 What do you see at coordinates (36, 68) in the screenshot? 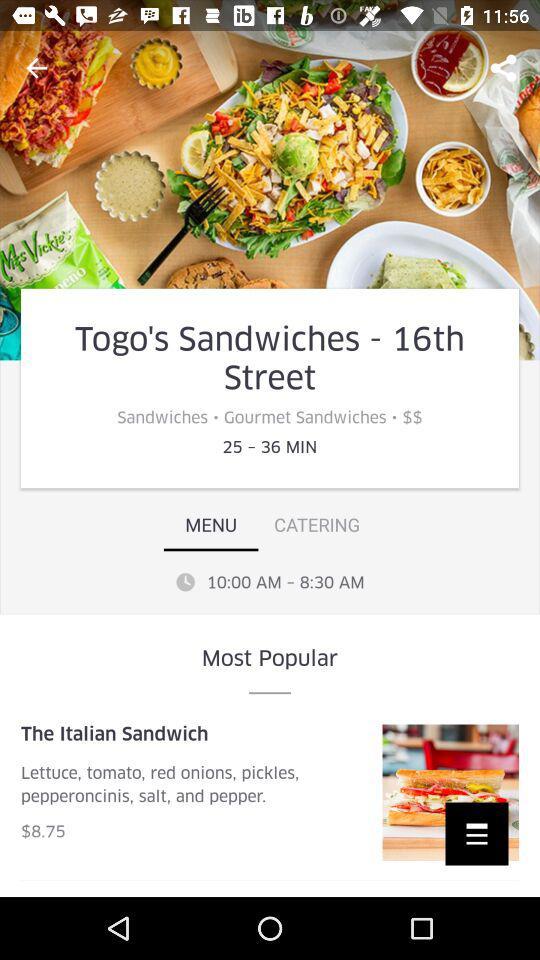
I see `the arrow_backward icon` at bounding box center [36, 68].